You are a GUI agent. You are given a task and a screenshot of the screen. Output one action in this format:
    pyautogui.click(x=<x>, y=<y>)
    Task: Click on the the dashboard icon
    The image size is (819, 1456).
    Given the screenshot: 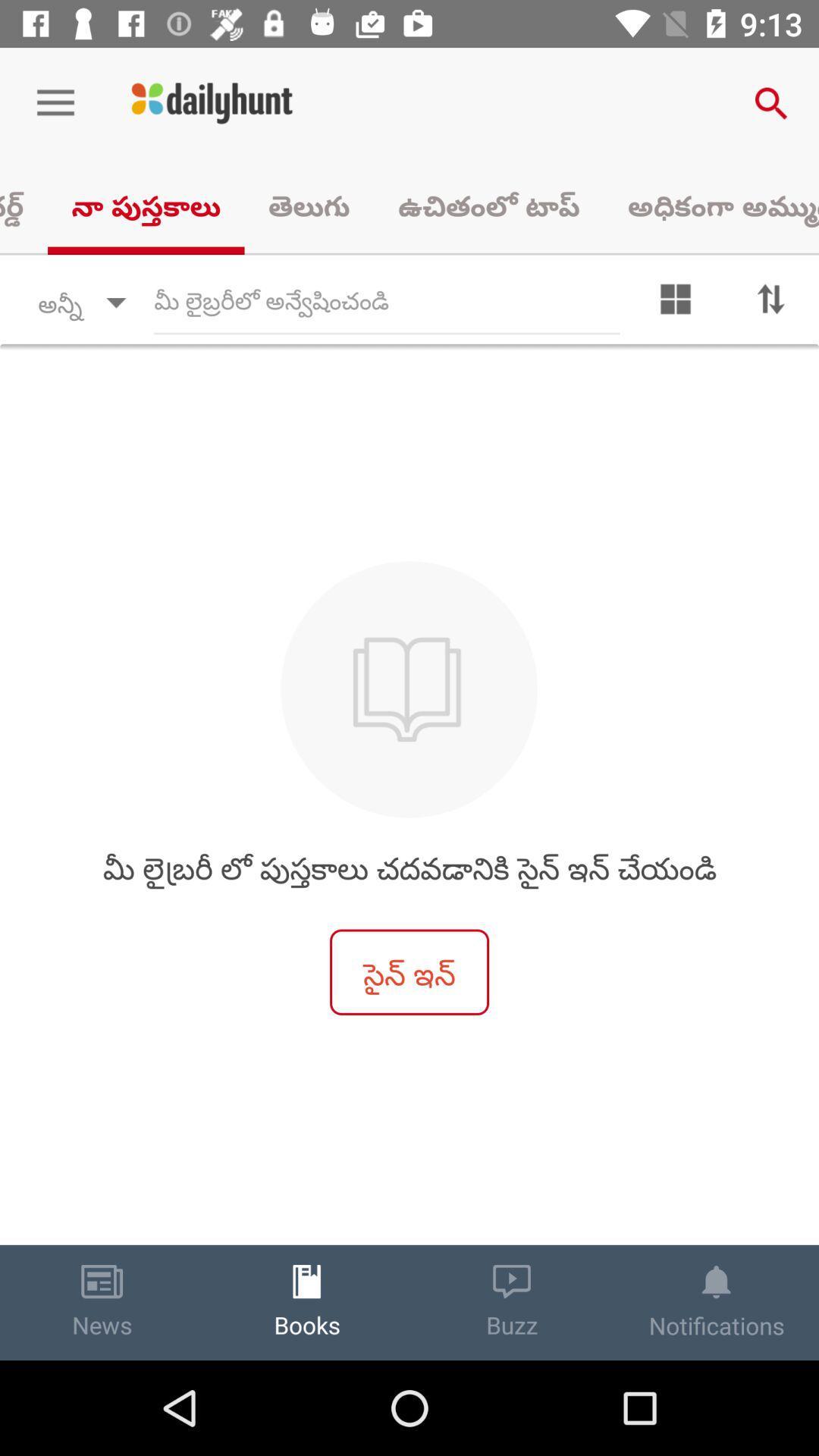 What is the action you would take?
    pyautogui.click(x=675, y=303)
    